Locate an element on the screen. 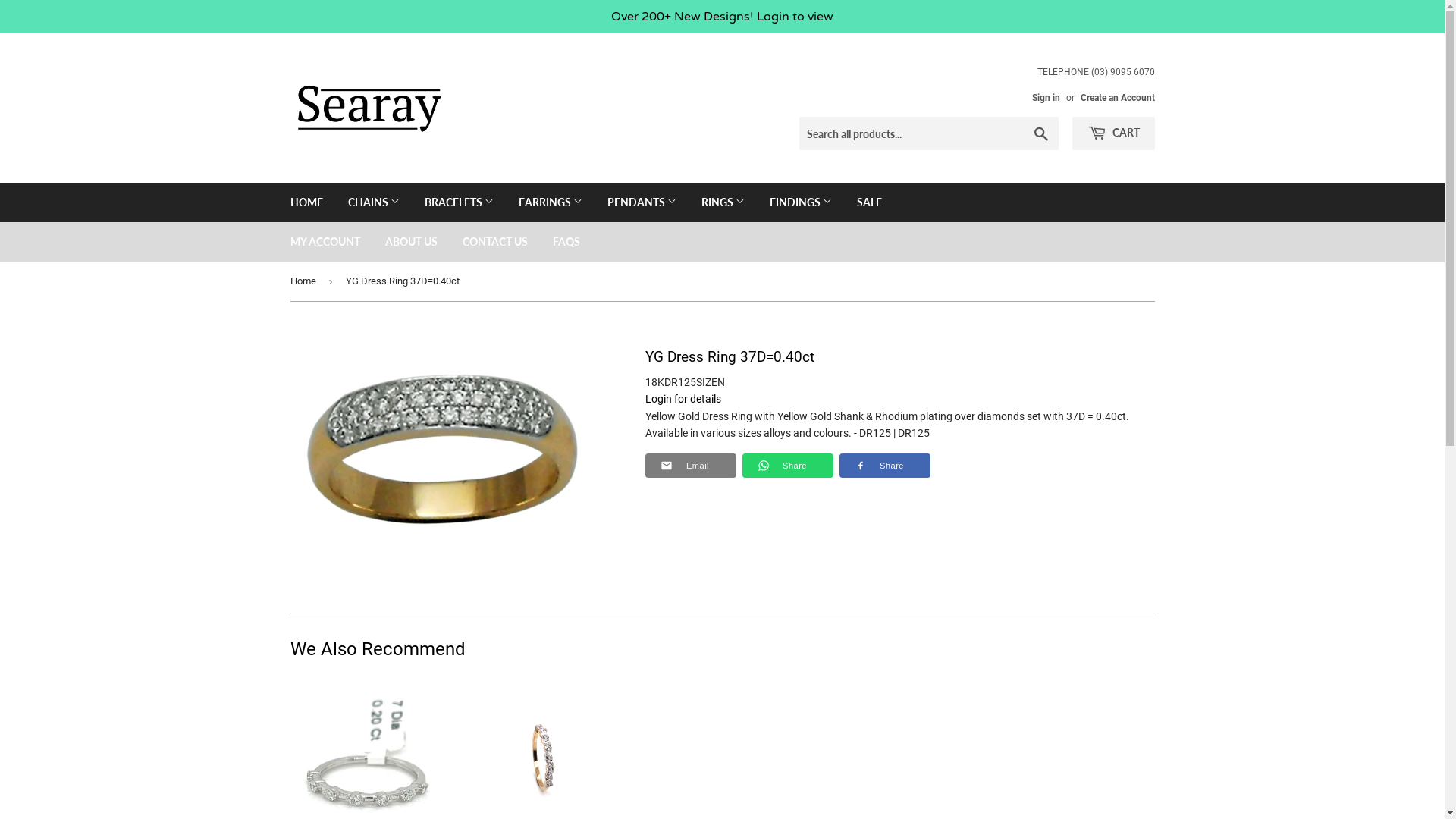  'CONTACT US' is located at coordinates (494, 241).